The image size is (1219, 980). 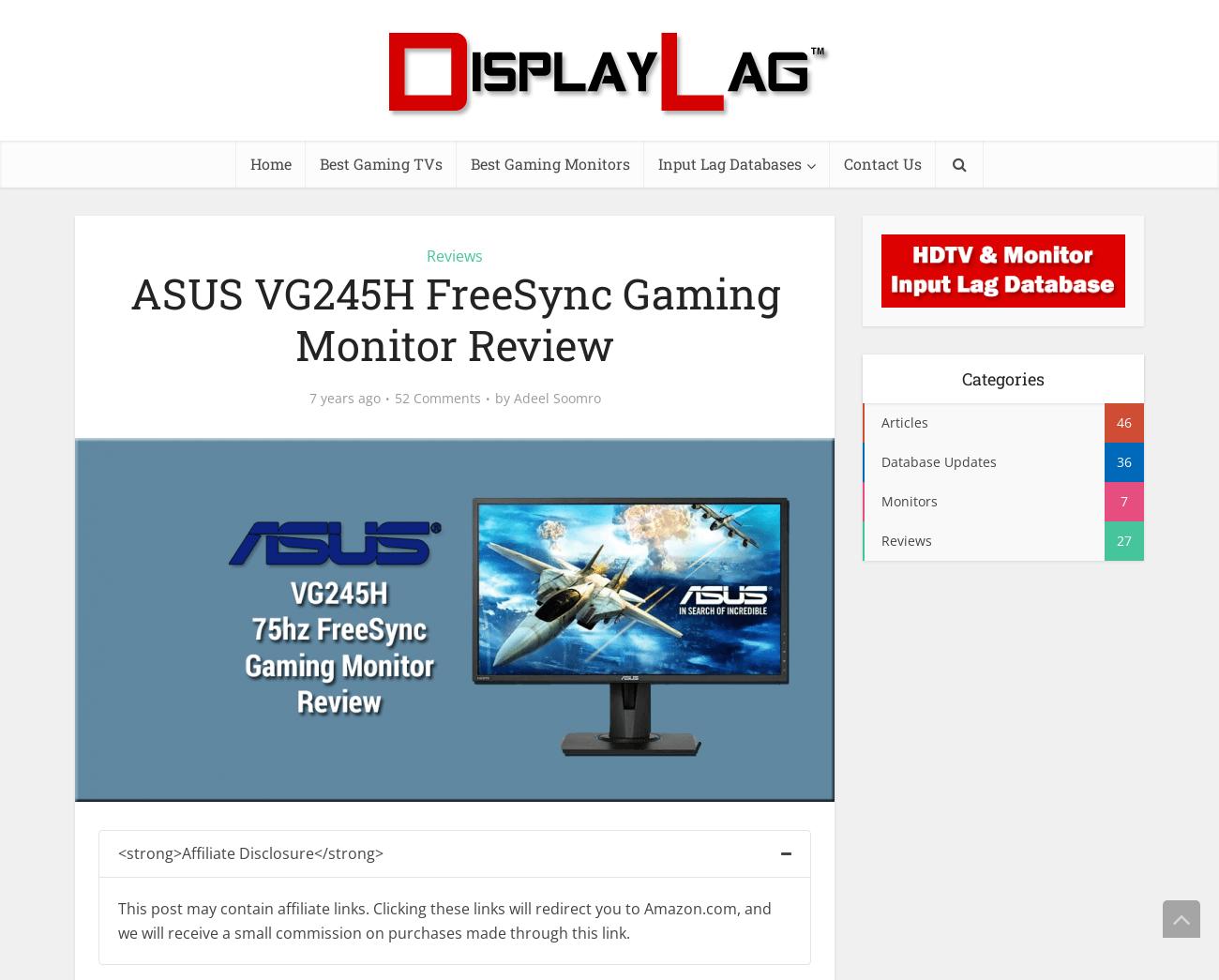 I want to click on 'This post may contain affiliate links. Clicking these links will redirect you to Amazon.com, and we will receive a small commission on purchases made through this link.', so click(x=444, y=919).